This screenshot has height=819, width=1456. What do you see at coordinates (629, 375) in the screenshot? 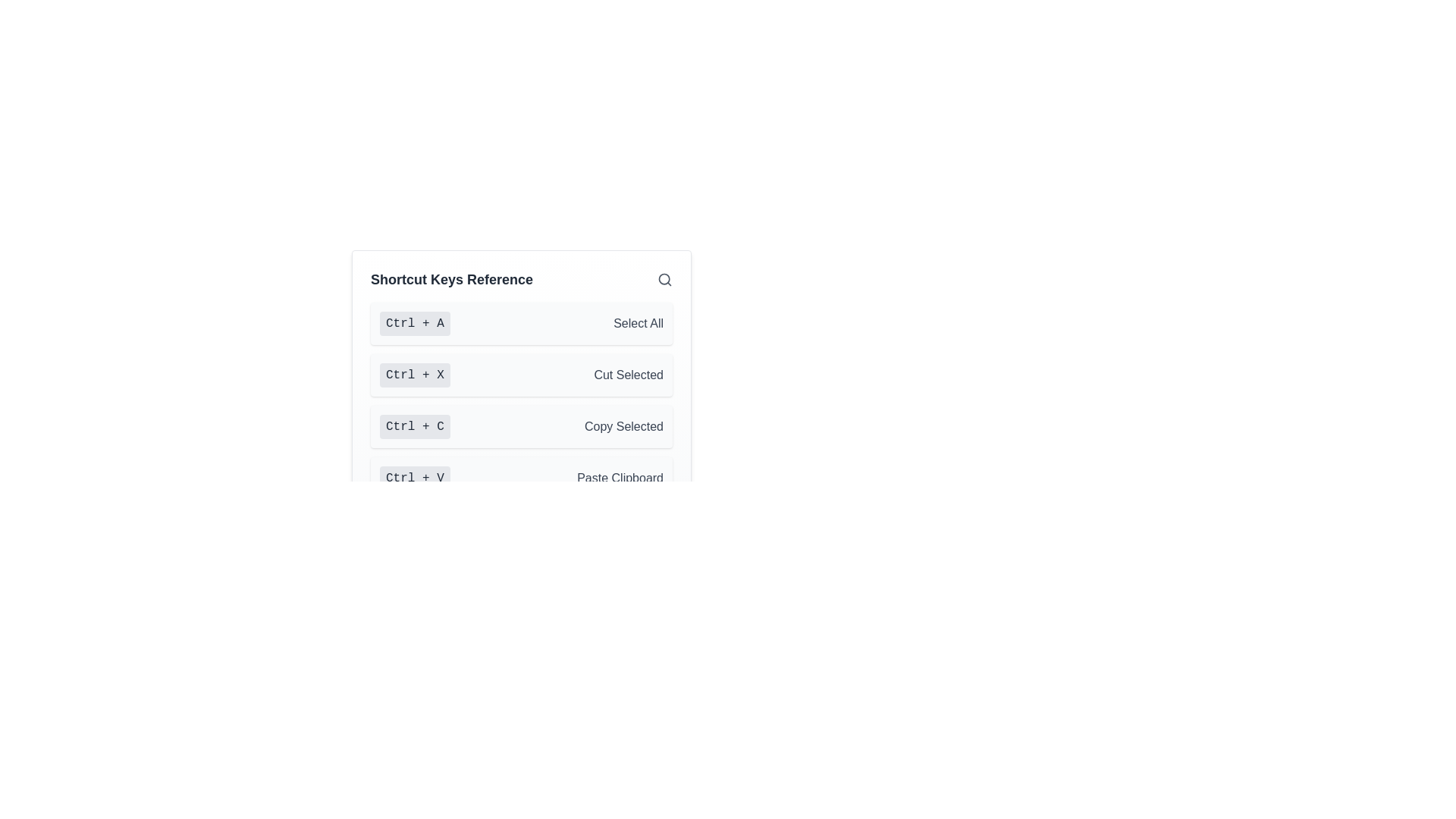
I see `the Text label that describes the action associated with the shortcut key combination 'Ctrl + X', positioned on the right side within a horizontal grouping` at bounding box center [629, 375].